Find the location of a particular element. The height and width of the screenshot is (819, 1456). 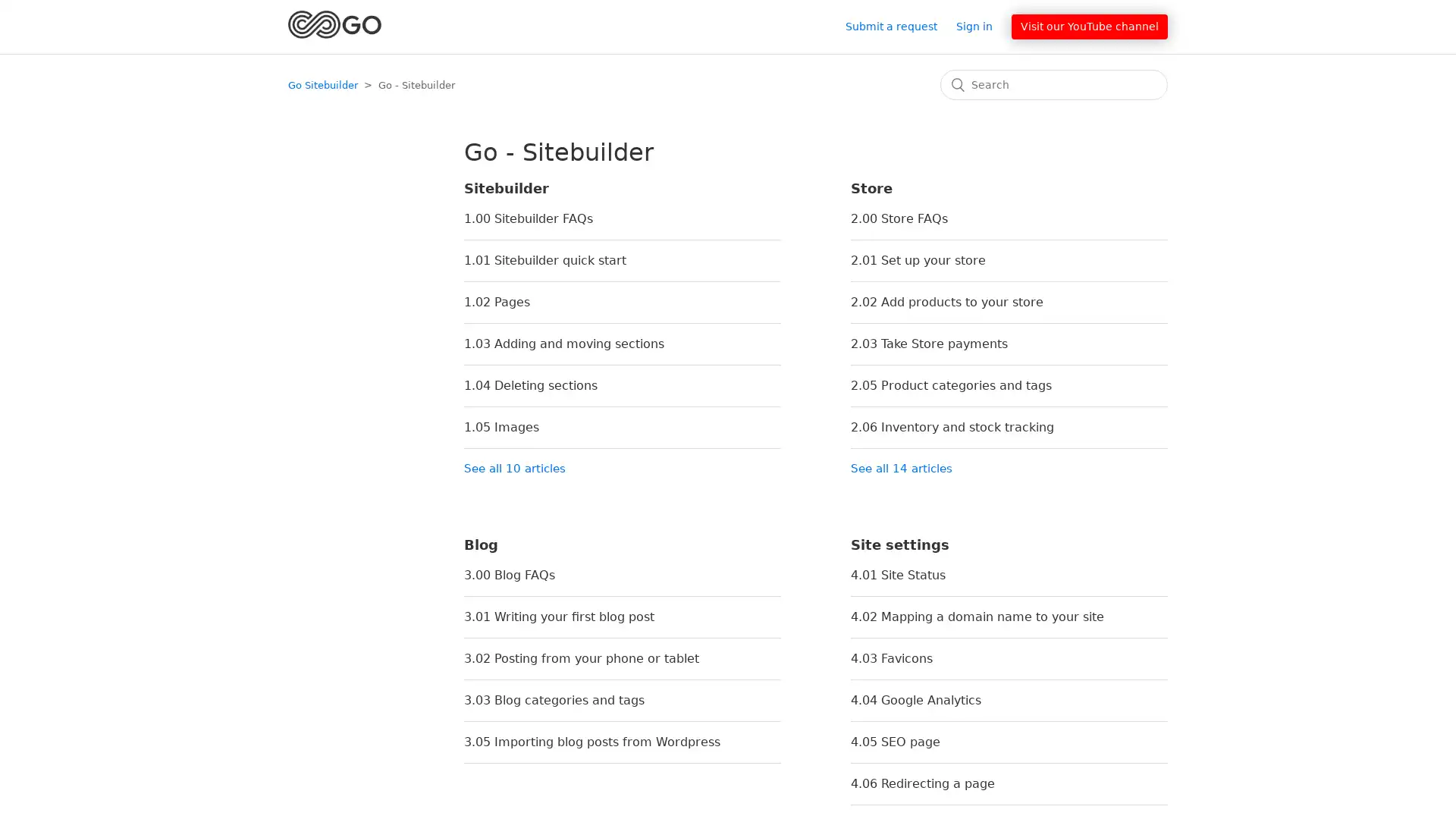

Sign in is located at coordinates (982, 26).